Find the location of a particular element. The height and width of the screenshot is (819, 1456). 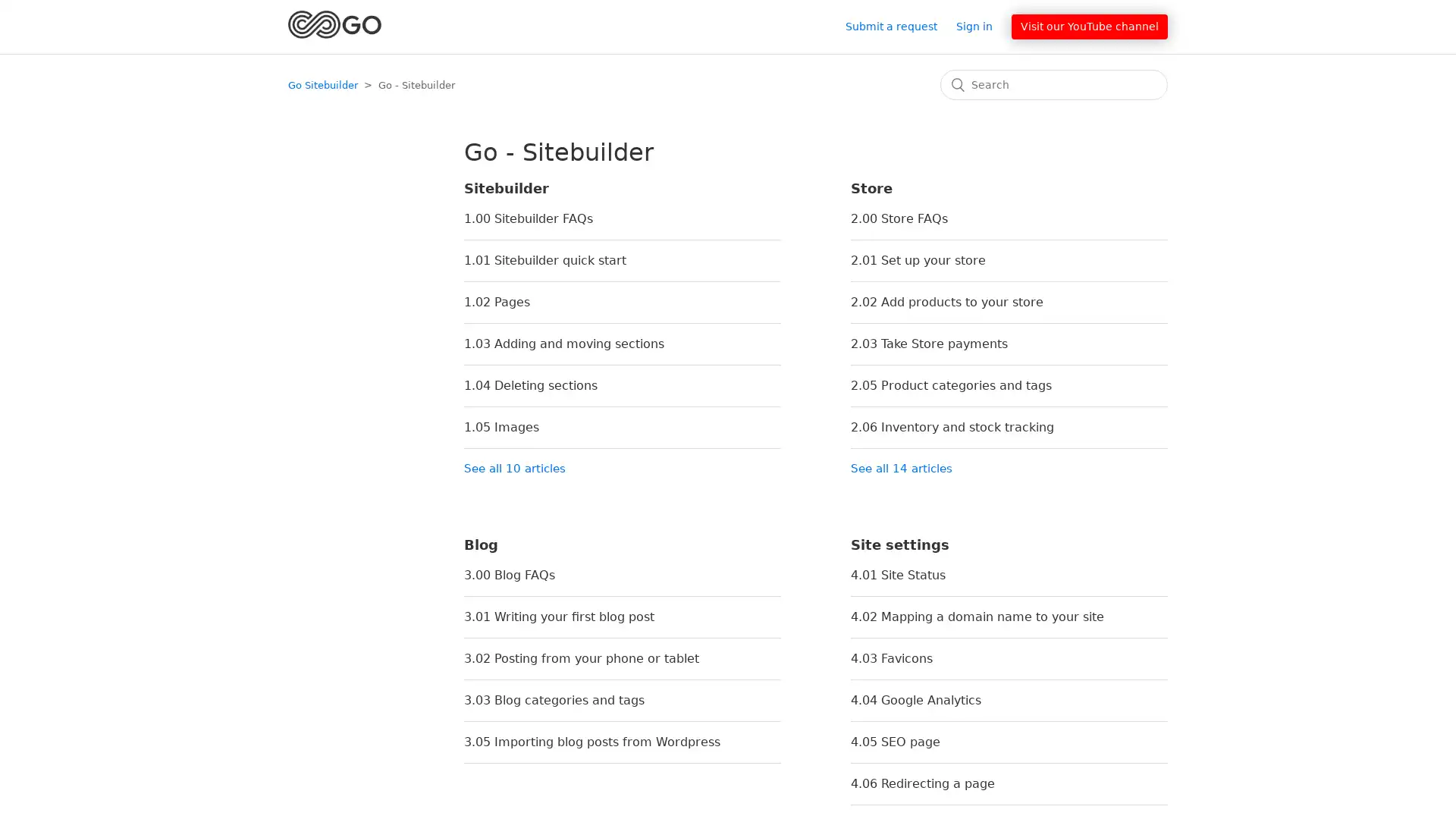

Sign in is located at coordinates (982, 26).